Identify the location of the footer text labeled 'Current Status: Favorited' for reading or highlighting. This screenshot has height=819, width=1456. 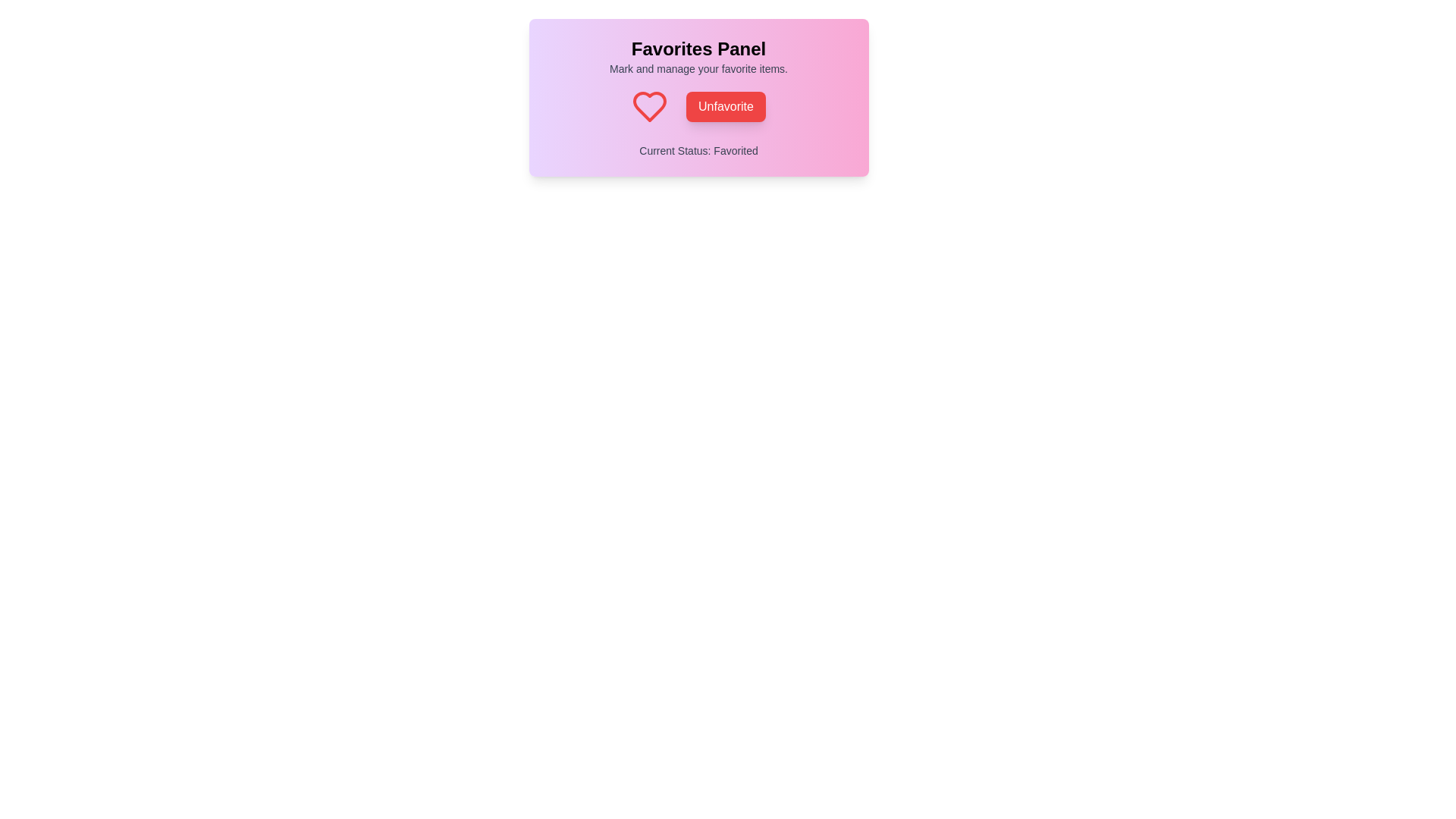
(698, 151).